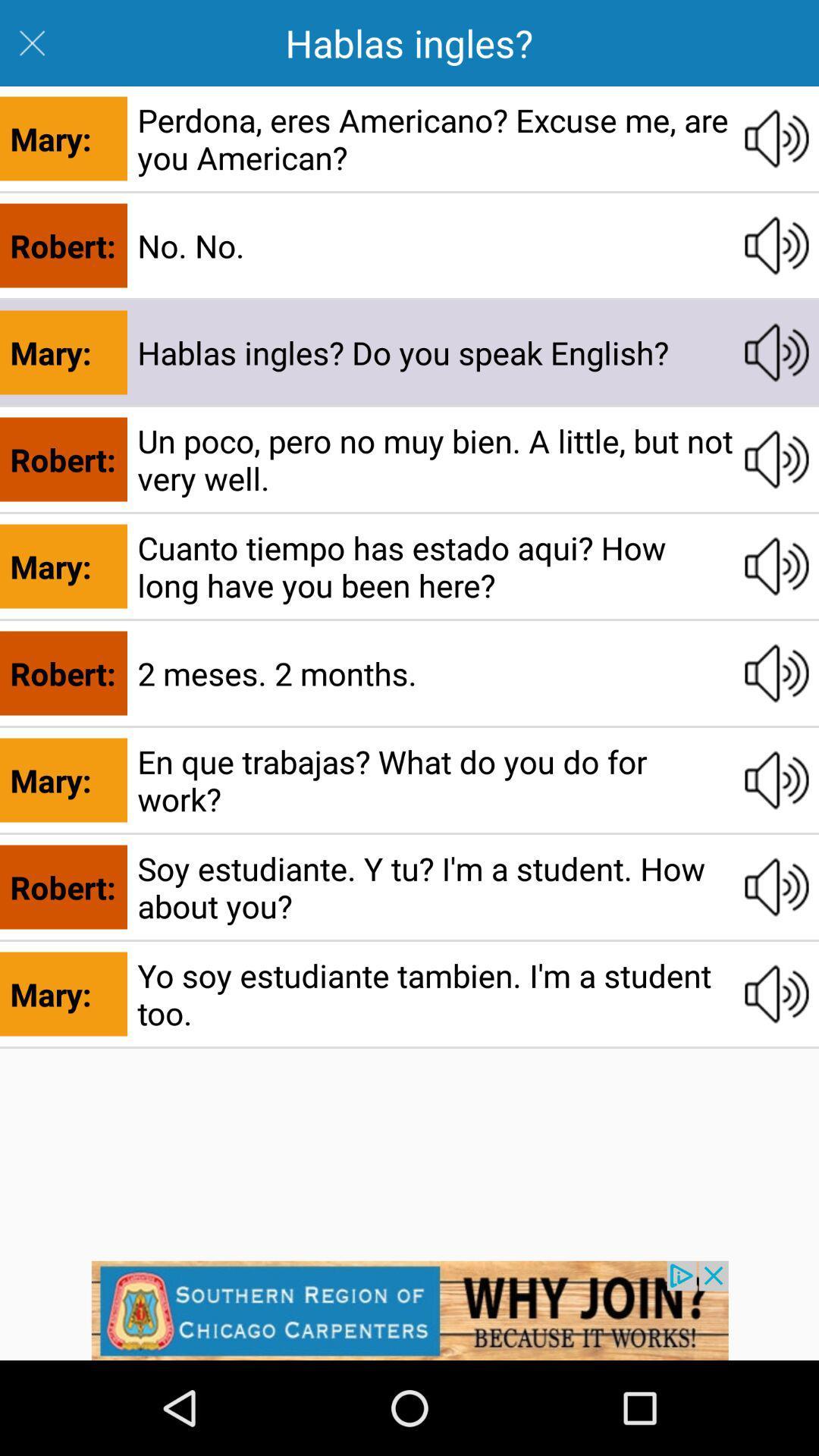 The width and height of the screenshot is (819, 1456). I want to click on the audio, so click(777, 352).